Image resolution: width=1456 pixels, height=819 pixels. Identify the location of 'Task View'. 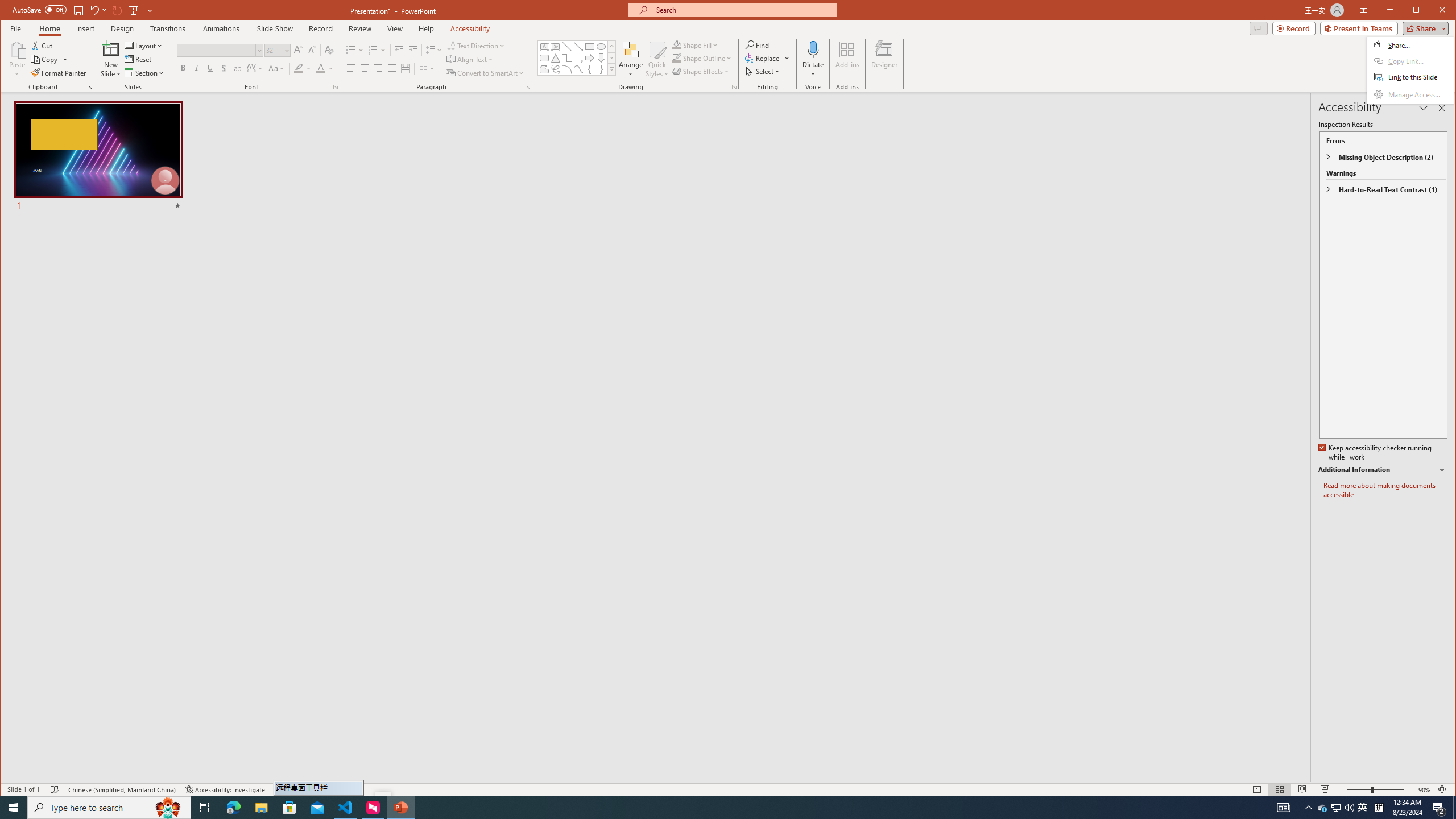
(204, 806).